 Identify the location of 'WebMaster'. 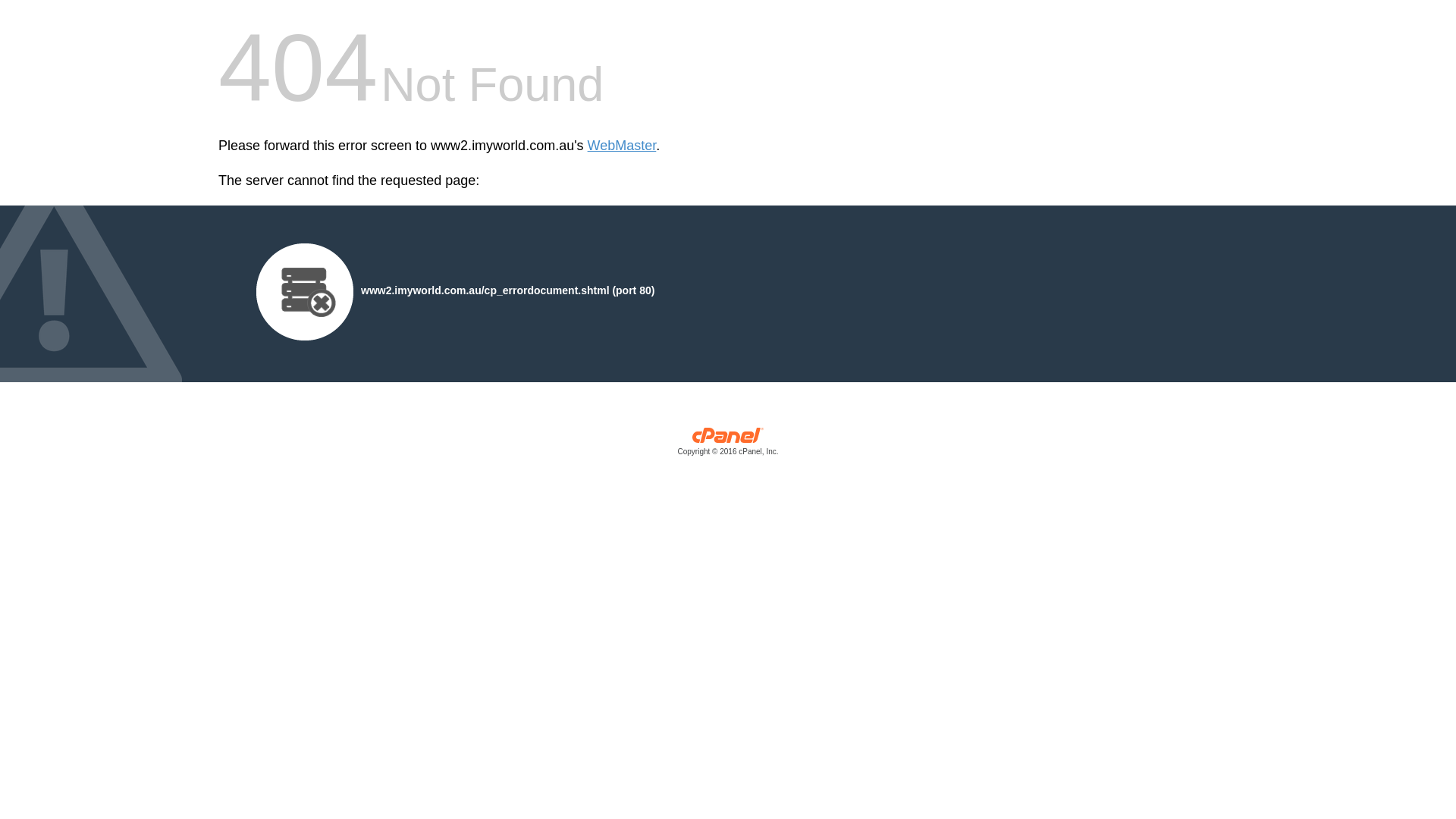
(622, 146).